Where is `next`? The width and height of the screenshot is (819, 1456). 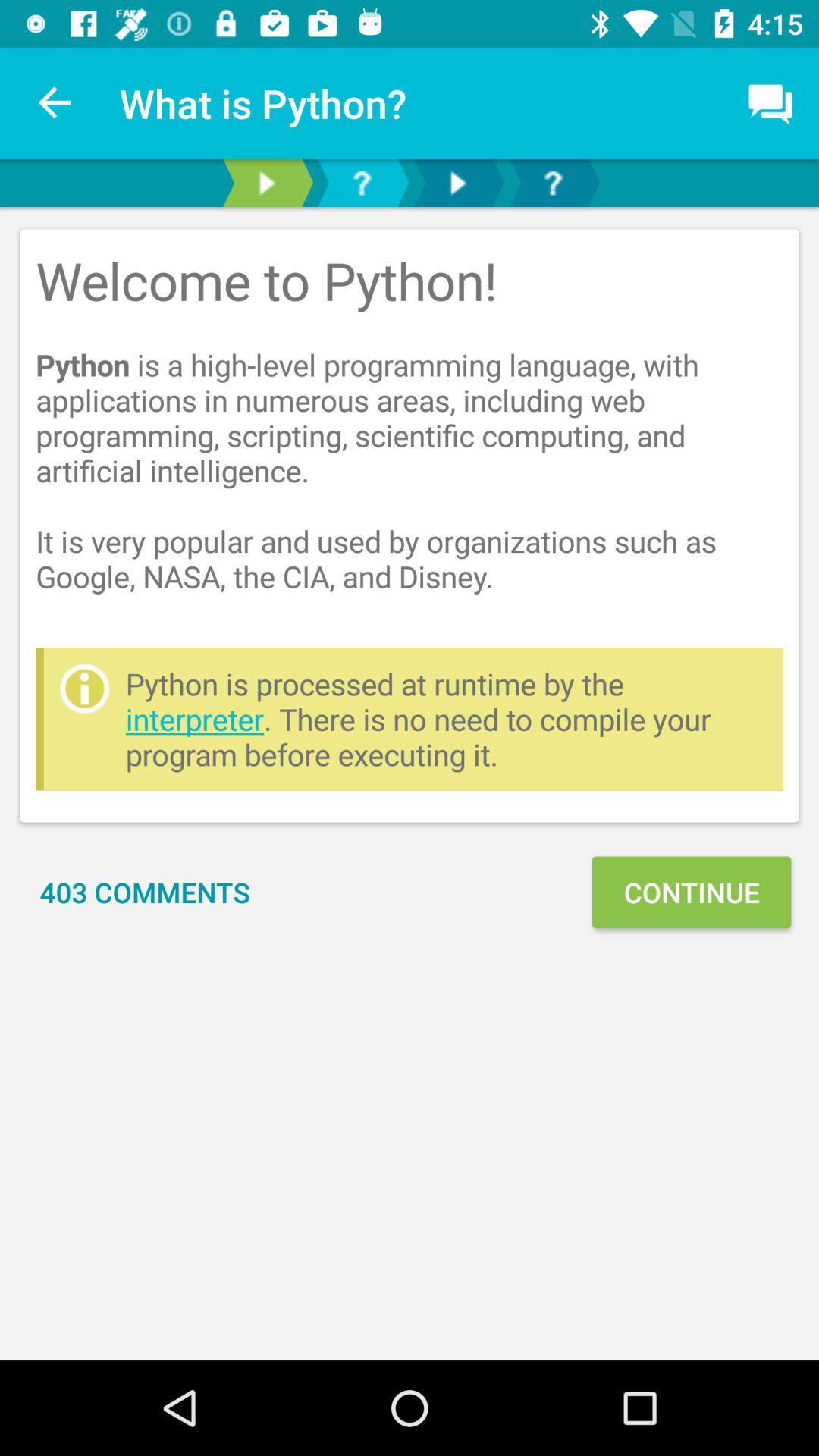 next is located at coordinates (265, 182).